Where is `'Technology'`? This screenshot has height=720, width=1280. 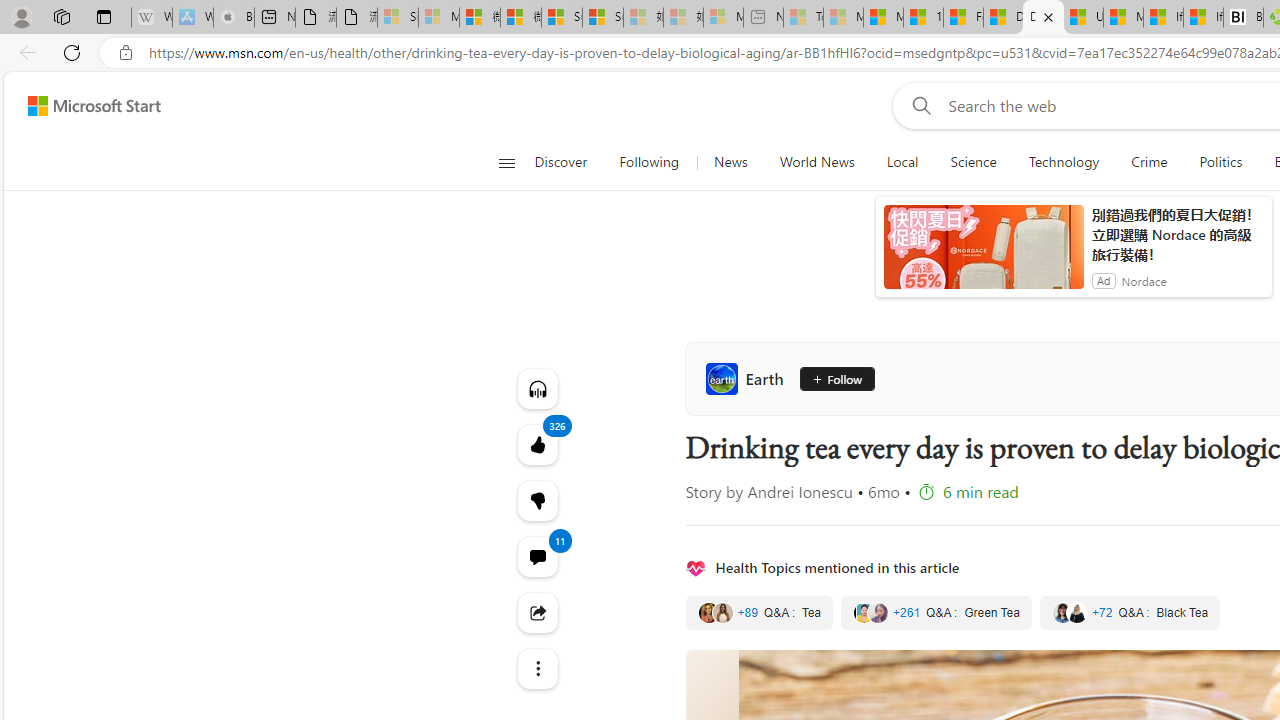
'Technology' is located at coordinates (1062, 162).